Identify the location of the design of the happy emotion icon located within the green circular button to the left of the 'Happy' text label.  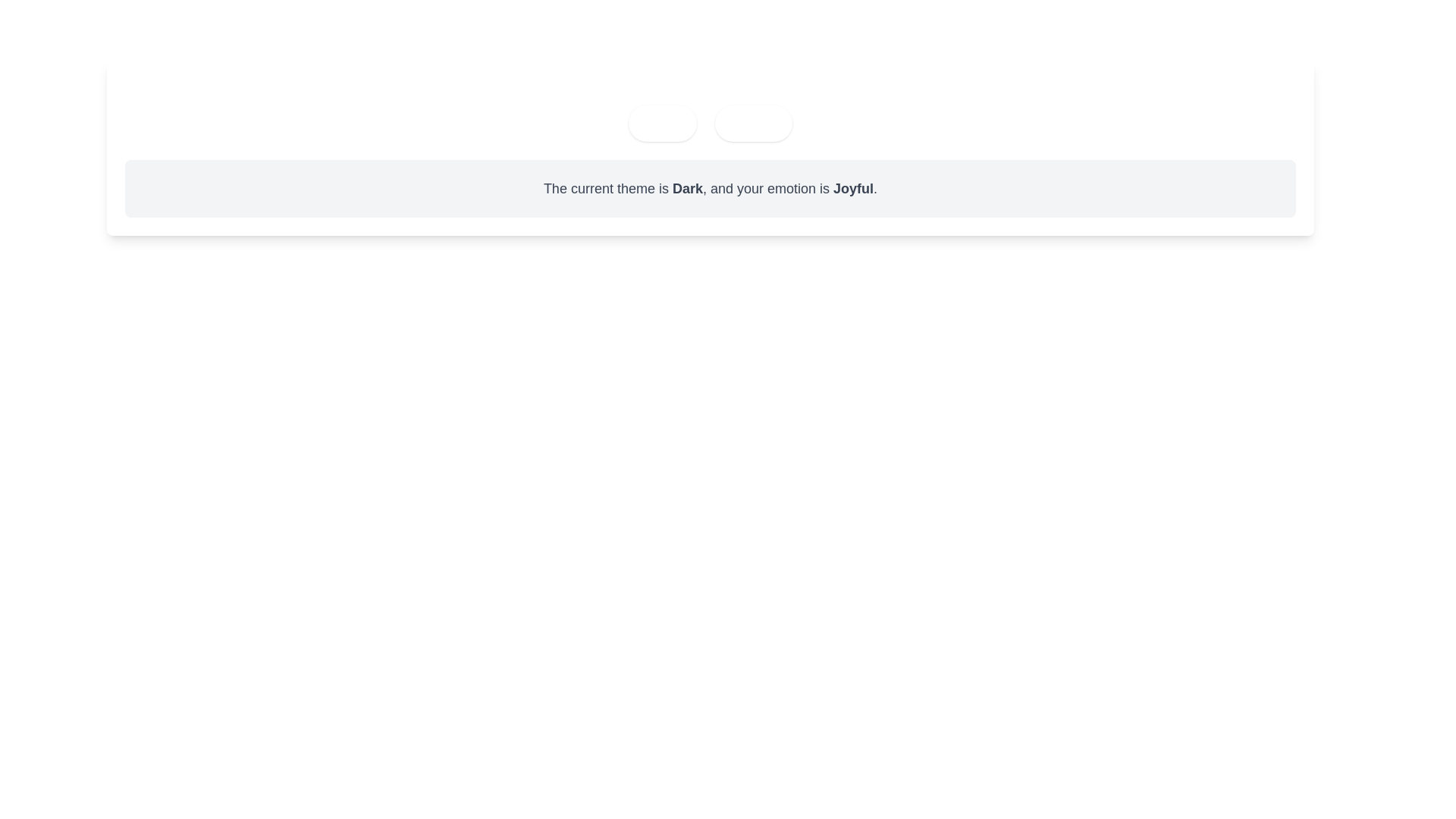
(733, 122).